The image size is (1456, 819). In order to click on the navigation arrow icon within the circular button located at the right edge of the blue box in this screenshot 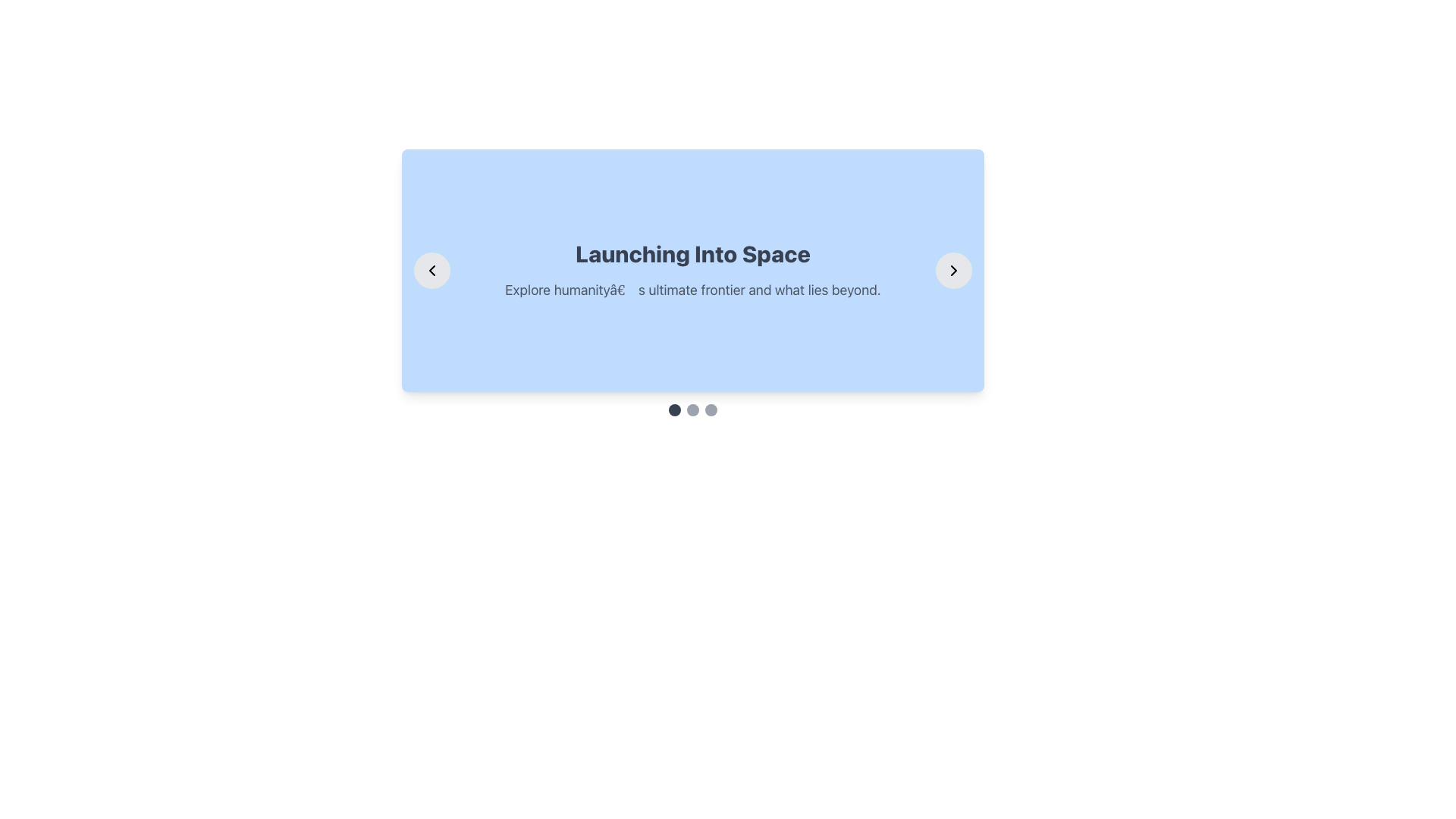, I will do `click(952, 270)`.